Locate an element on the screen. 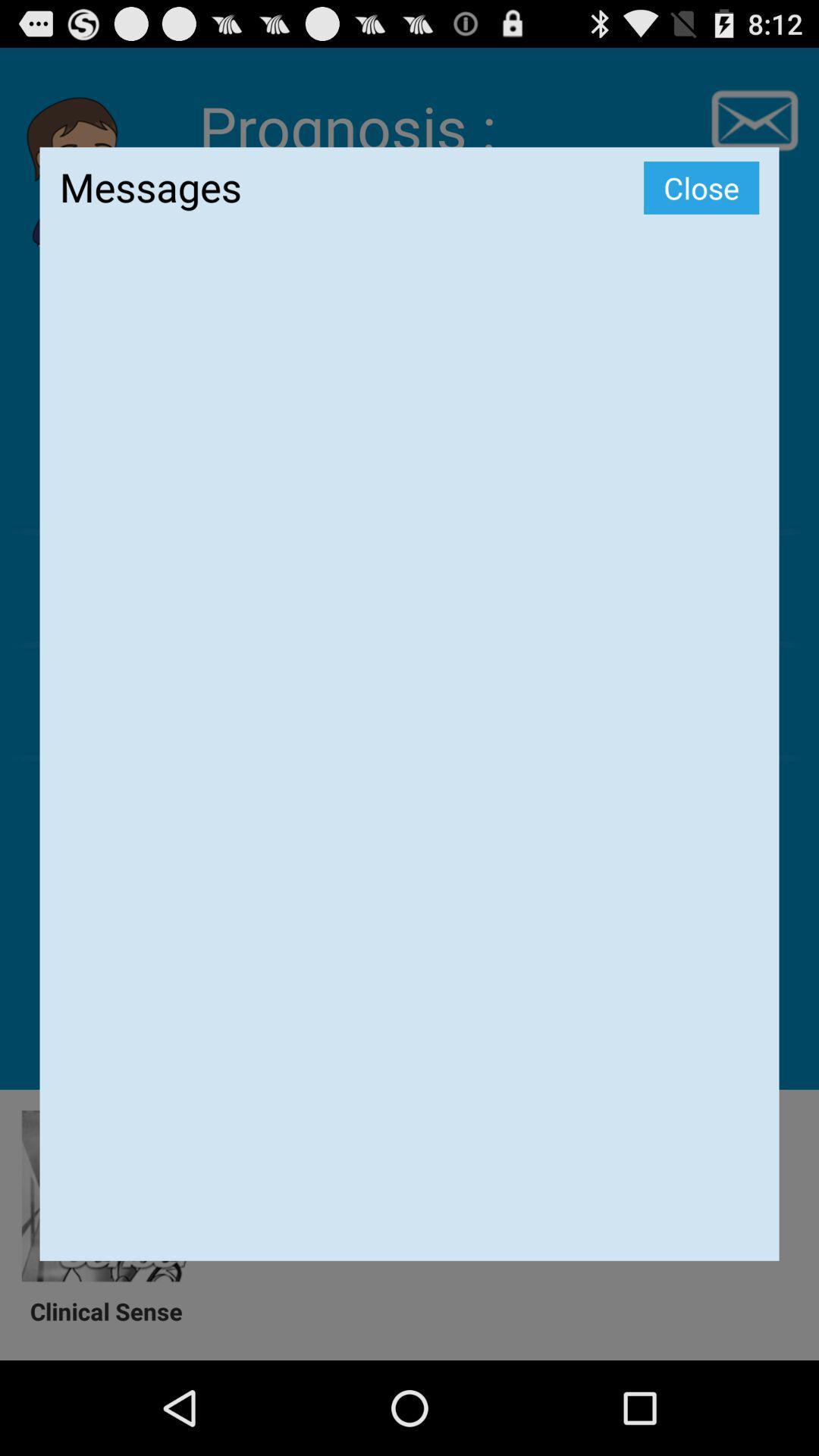  no tagging available is located at coordinates (409, 757).